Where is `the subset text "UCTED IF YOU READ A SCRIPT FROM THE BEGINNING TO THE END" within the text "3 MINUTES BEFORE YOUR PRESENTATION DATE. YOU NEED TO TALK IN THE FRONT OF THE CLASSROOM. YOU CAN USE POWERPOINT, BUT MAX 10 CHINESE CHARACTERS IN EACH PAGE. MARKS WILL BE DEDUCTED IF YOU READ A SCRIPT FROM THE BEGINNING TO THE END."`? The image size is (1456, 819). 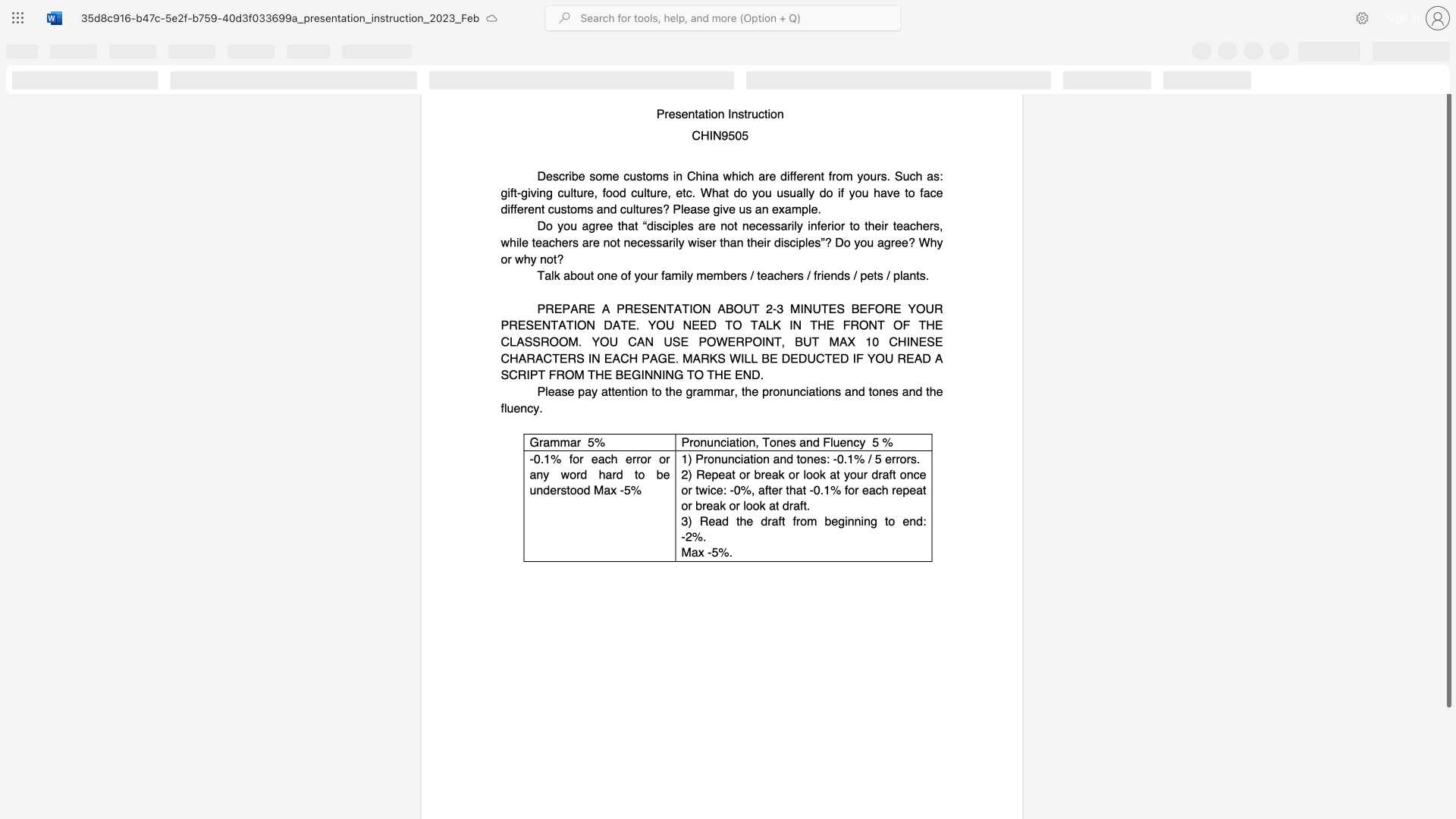 the subset text "UCTED IF YOU READ A SCRIPT FROM THE BEGINNING TO THE END" within the text "3 MINUTES BEFORE YOUR PRESENTATION DATE. YOU NEED TO TALK IN THE FRONT OF THE CLASSROOM. YOU CAN USE POWERPOINT, BUT MAX 10 CHINESE CHARACTERS IN EACH PAGE. MARKS WILL BE DEDUCTED IF YOU READ A SCRIPT FROM THE BEGINNING TO THE END." is located at coordinates (806, 358).